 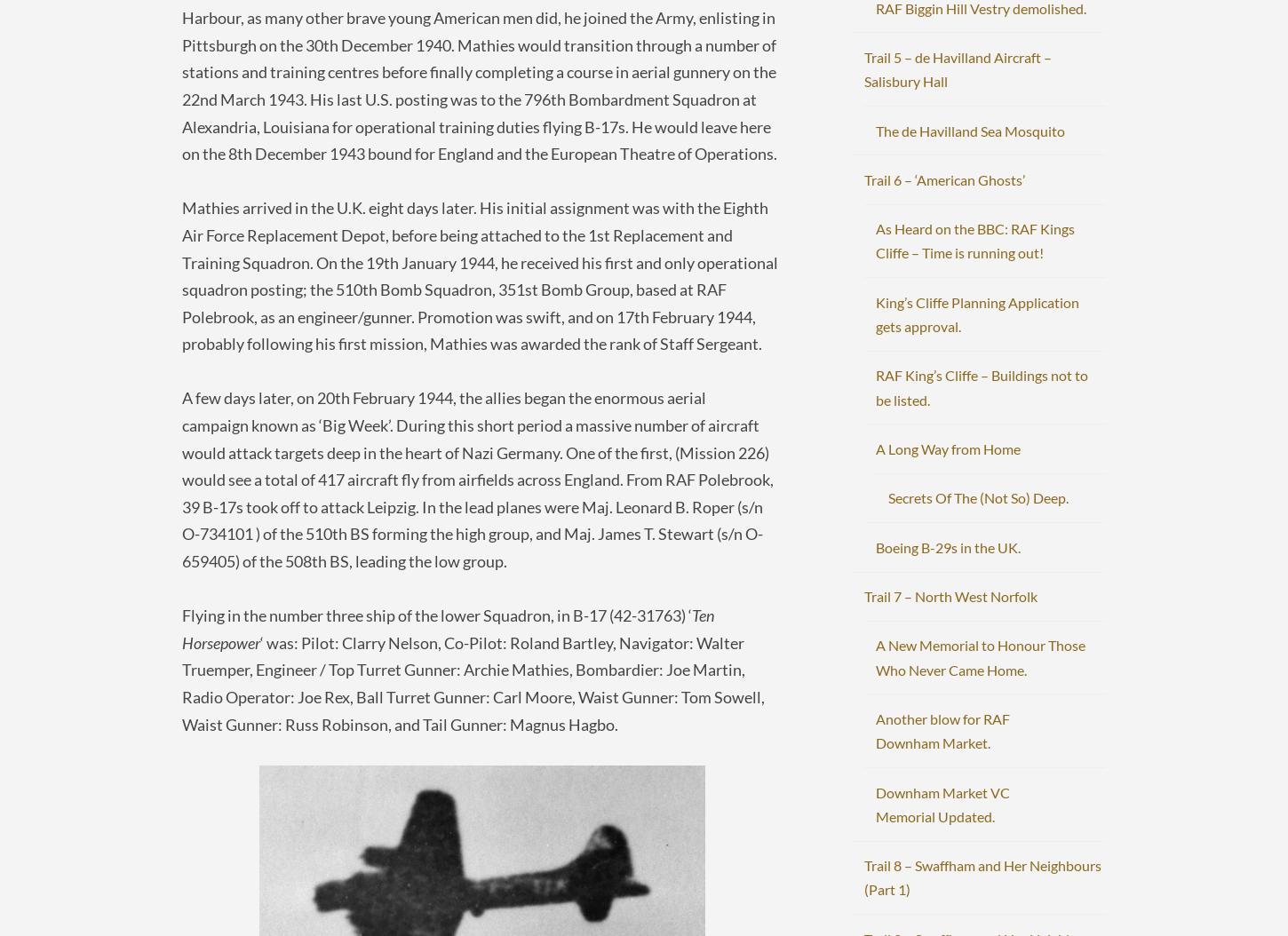 What do you see at coordinates (876, 447) in the screenshot?
I see `'A Long Way from Home'` at bounding box center [876, 447].